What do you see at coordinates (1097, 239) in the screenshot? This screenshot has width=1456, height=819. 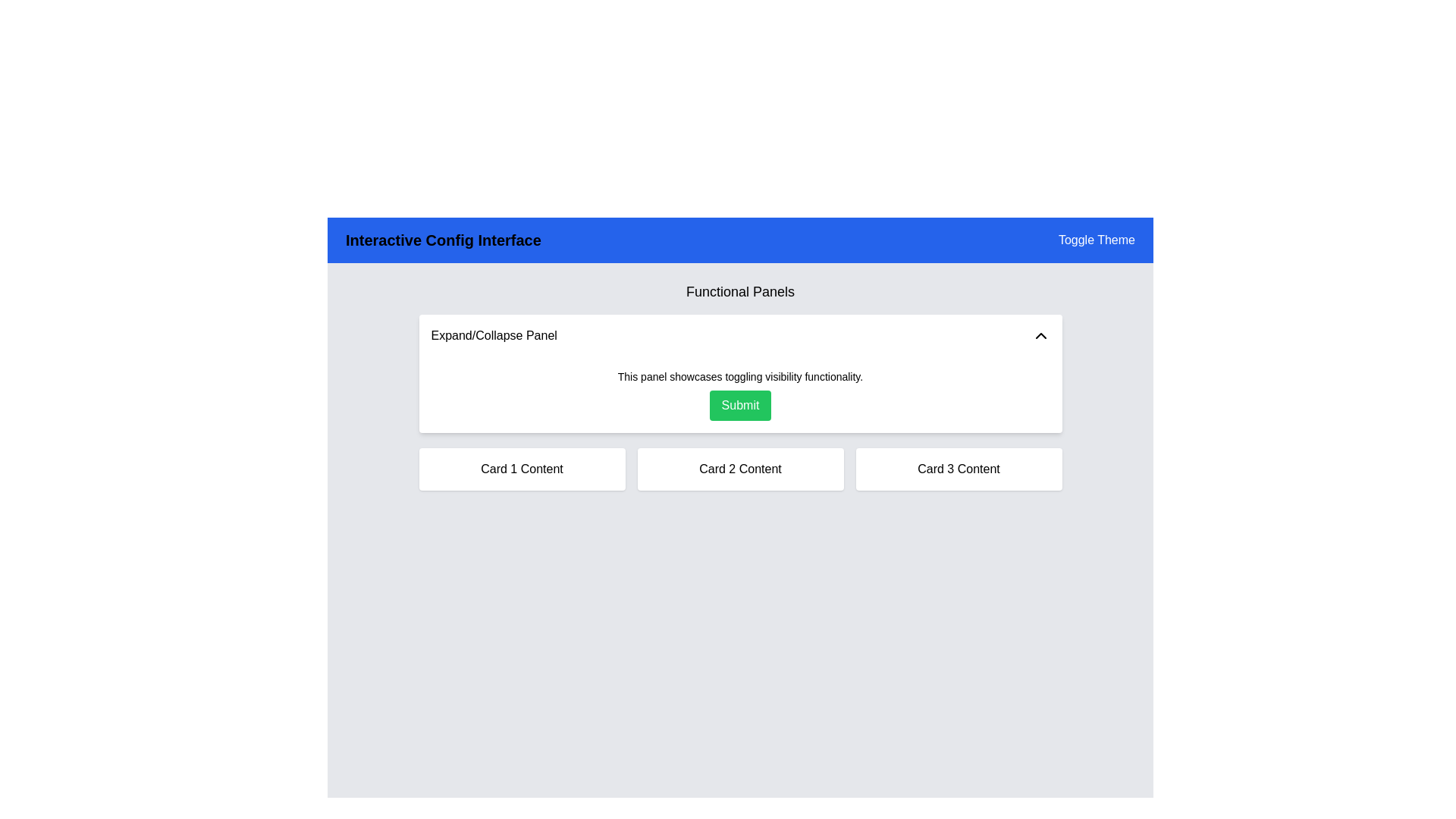 I see `the 'Toggle Theme' button located in the top-right corner of the blue header bar` at bounding box center [1097, 239].